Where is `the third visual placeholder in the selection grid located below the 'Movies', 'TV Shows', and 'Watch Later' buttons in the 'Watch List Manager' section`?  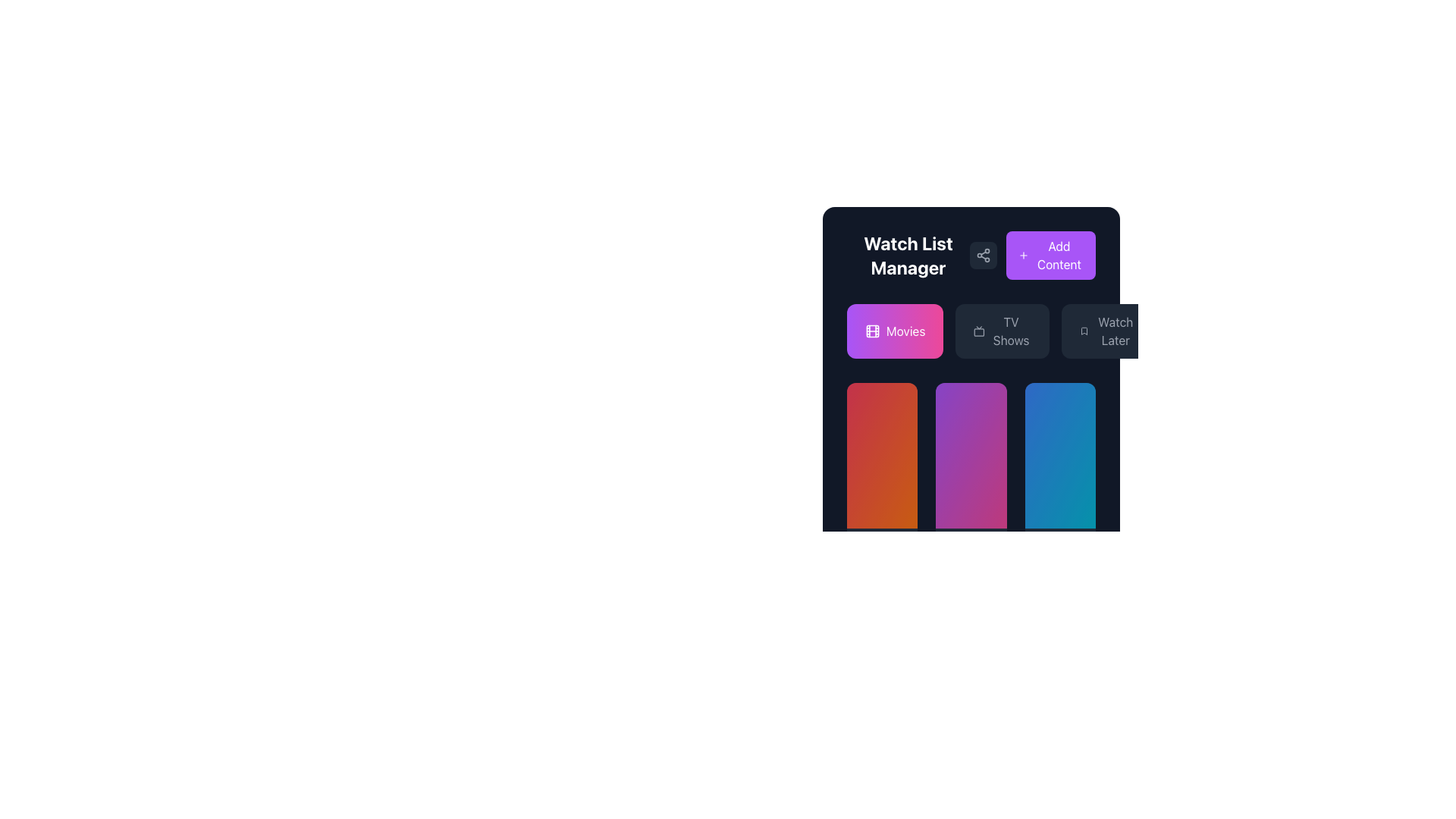 the third visual placeholder in the selection grid located below the 'Movies', 'TV Shows', and 'Watch Later' buttons in the 'Watch List Manager' section is located at coordinates (1059, 455).